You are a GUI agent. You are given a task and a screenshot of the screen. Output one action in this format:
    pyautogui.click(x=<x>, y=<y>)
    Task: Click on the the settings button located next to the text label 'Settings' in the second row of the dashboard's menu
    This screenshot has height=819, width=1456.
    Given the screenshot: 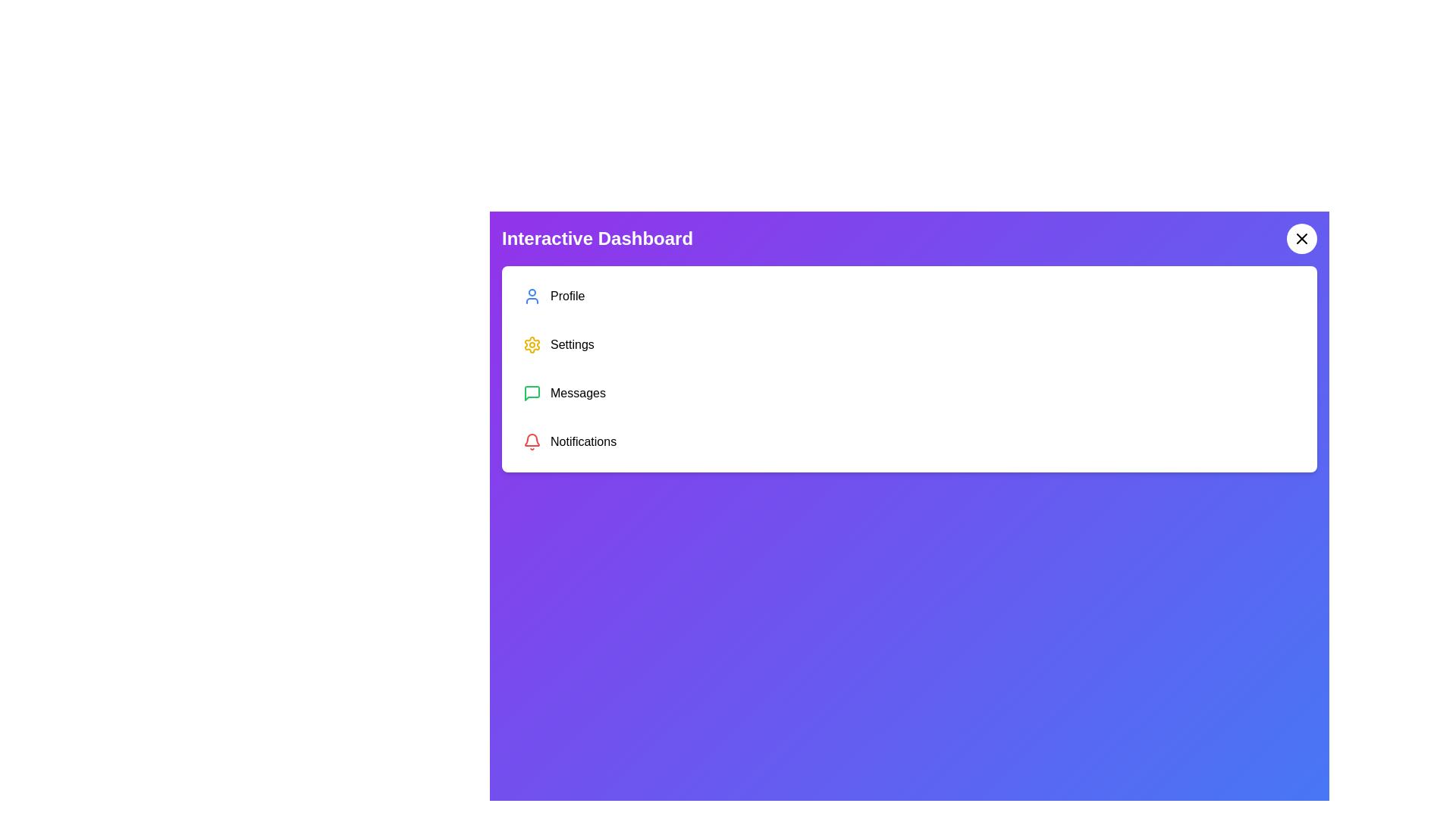 What is the action you would take?
    pyautogui.click(x=532, y=345)
    